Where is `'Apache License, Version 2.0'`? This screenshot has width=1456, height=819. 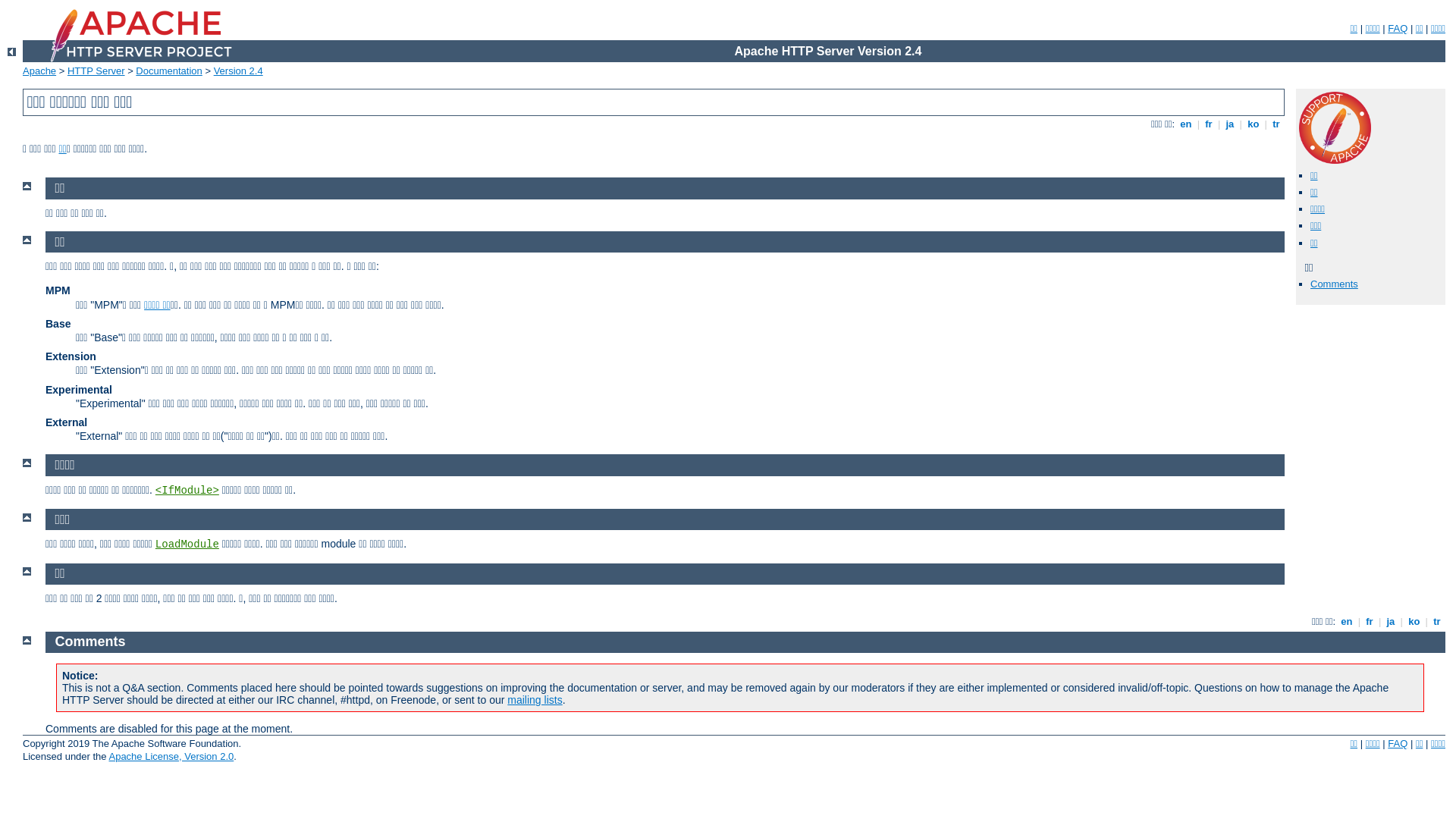 'Apache License, Version 2.0' is located at coordinates (108, 756).